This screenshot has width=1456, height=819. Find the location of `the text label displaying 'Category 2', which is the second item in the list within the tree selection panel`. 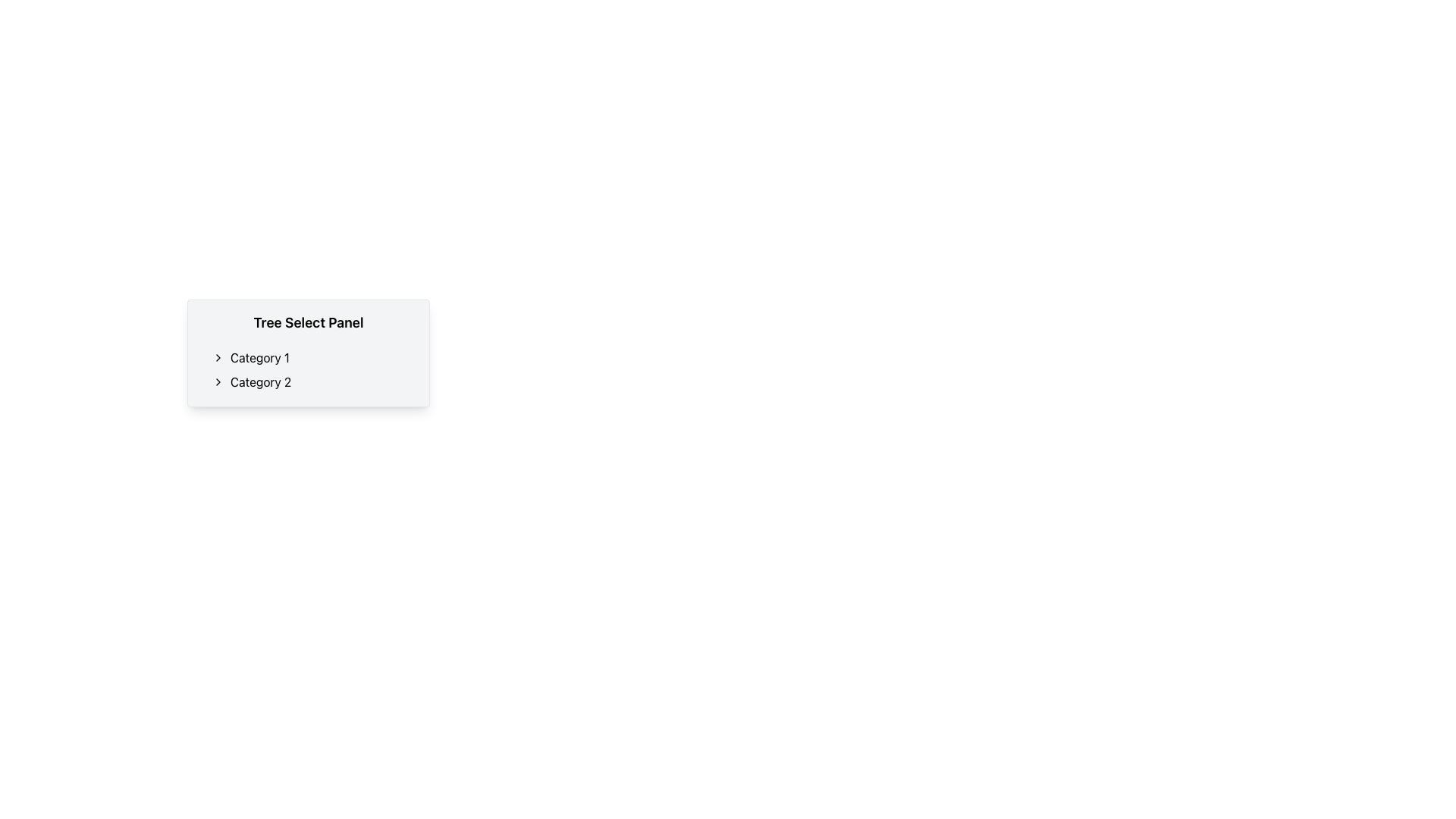

the text label displaying 'Category 2', which is the second item in the list within the tree selection panel is located at coordinates (261, 381).